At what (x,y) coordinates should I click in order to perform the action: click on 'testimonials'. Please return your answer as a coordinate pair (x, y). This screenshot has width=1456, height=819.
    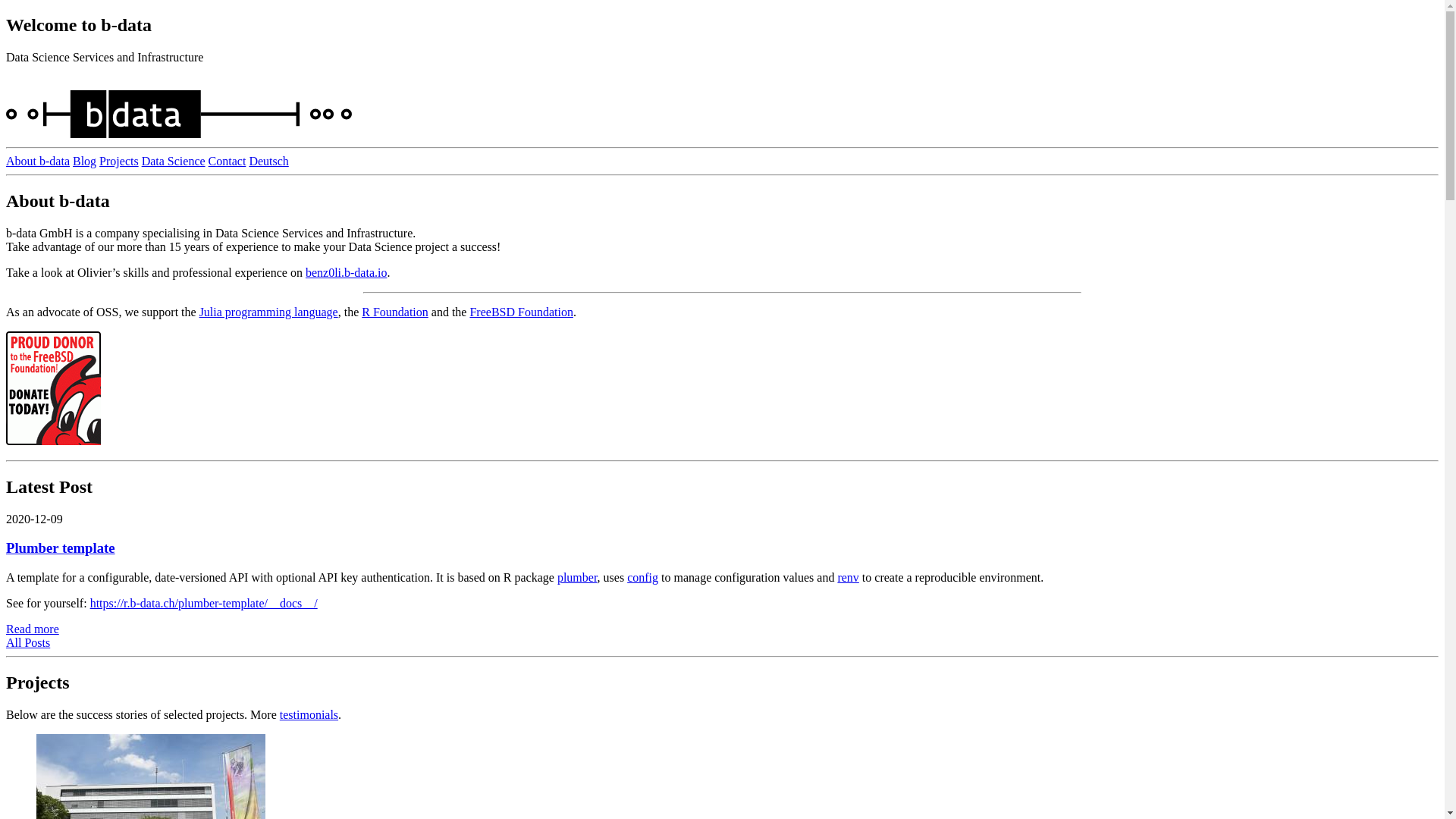
    Looking at the image, I should click on (308, 714).